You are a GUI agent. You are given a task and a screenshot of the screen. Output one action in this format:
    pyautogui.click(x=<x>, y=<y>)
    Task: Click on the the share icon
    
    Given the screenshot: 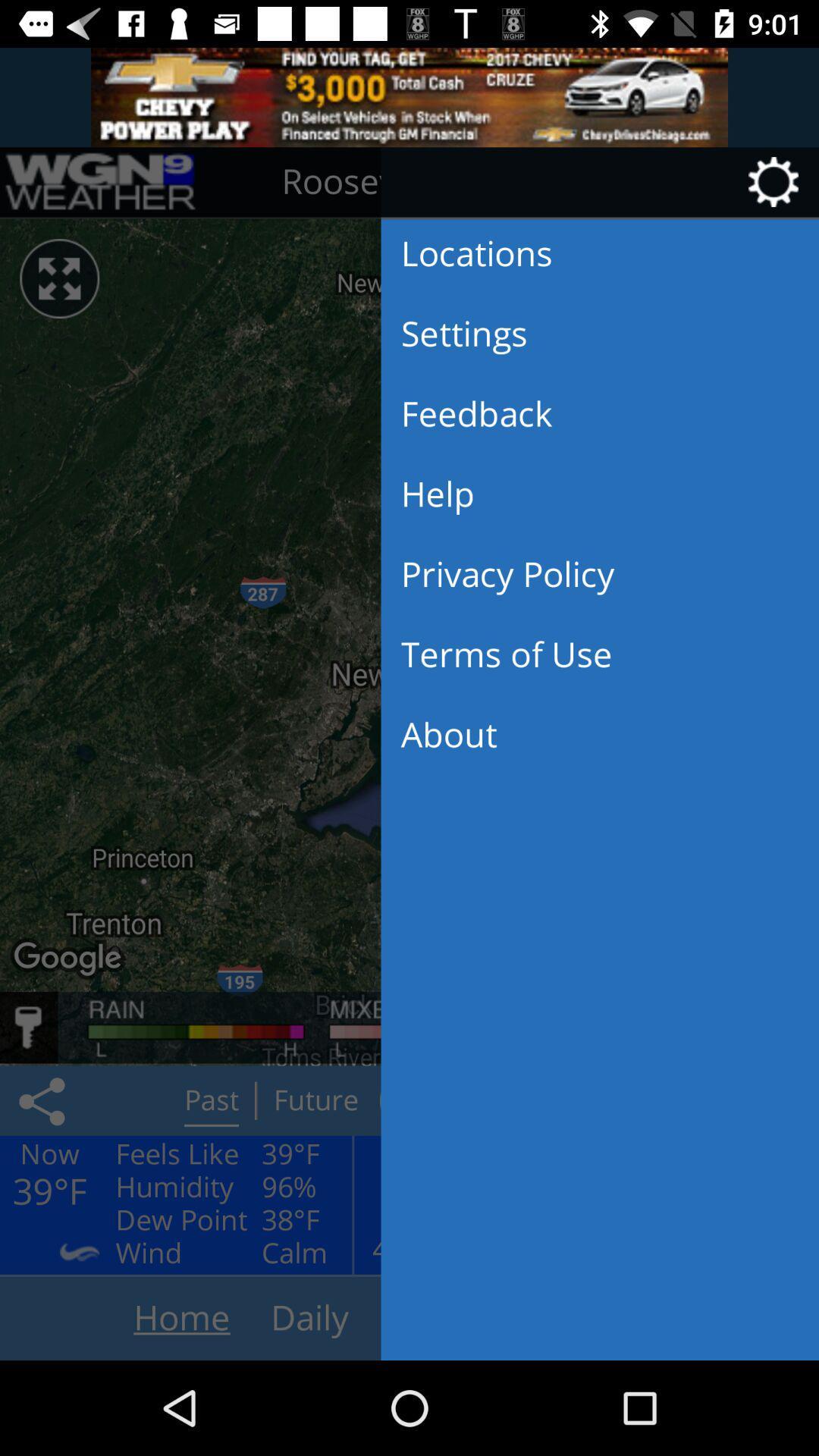 What is the action you would take?
    pyautogui.click(x=44, y=1100)
    